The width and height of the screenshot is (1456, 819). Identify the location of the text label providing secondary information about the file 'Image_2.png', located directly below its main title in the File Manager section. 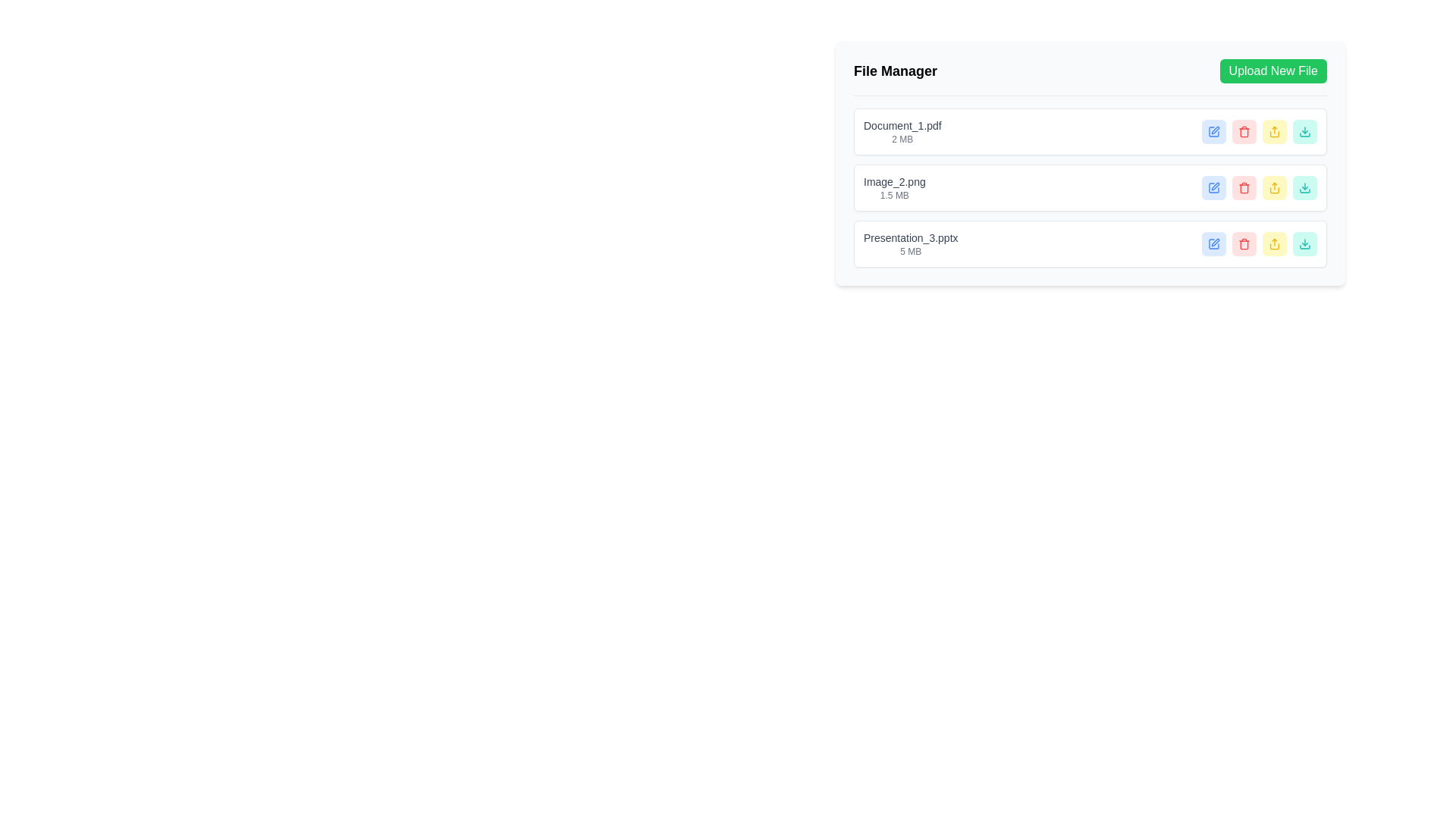
(894, 195).